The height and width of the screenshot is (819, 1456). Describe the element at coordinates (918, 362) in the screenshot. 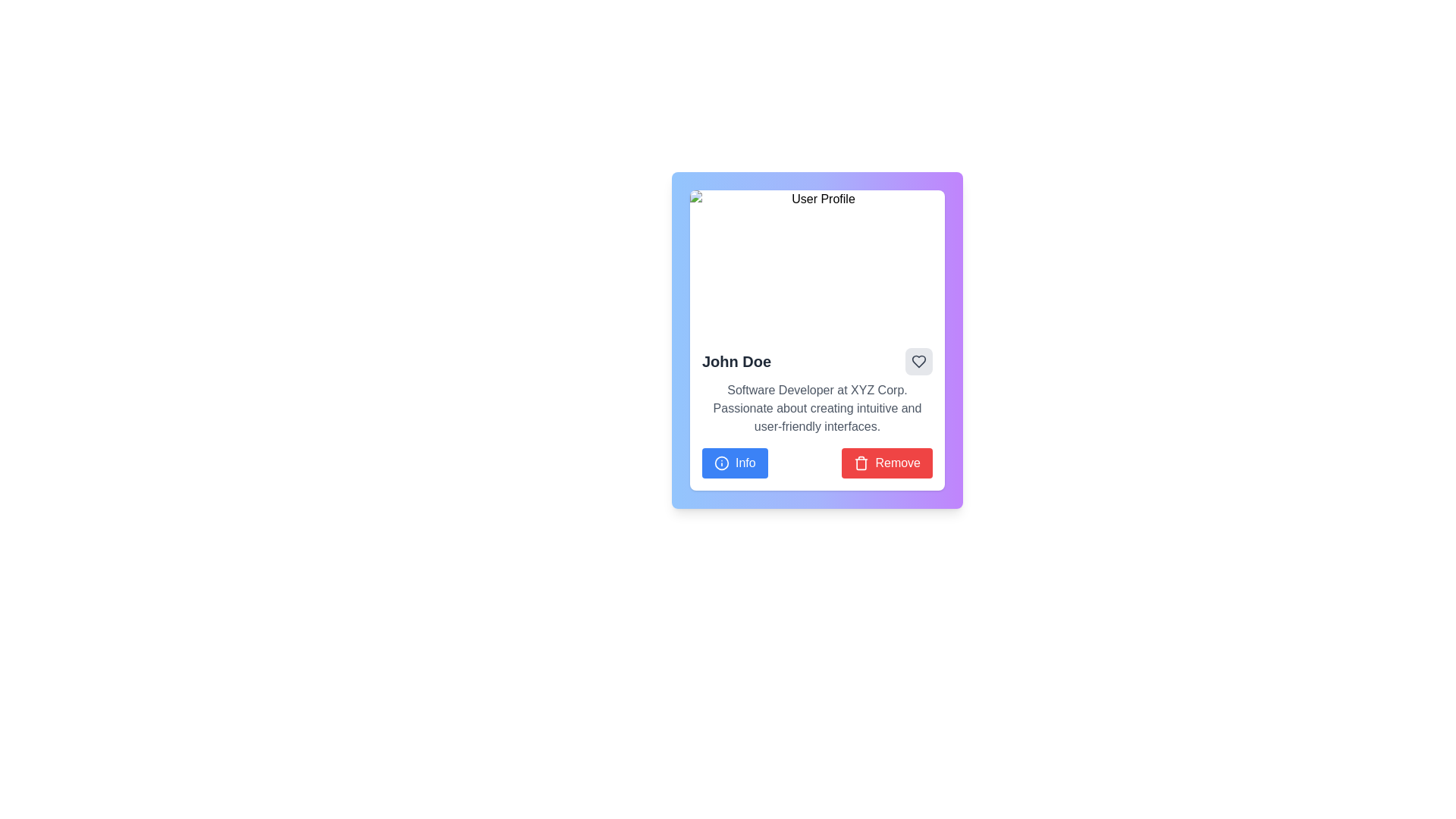

I see `the heart-shaped icon in John Doe's profile card` at that location.